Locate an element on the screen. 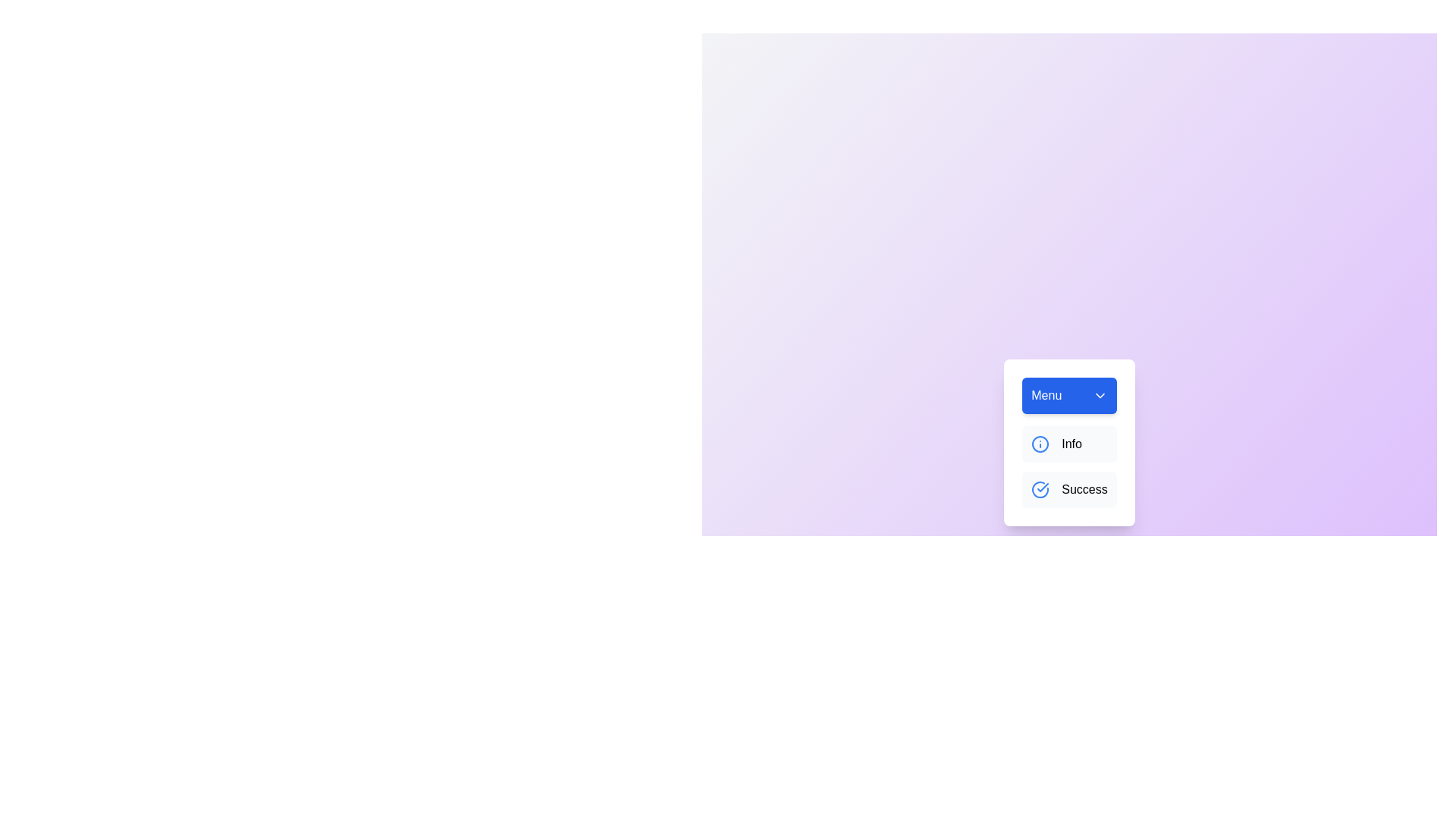 The height and width of the screenshot is (819, 1456). the 'Success' menu item to preview the information is located at coordinates (1068, 489).